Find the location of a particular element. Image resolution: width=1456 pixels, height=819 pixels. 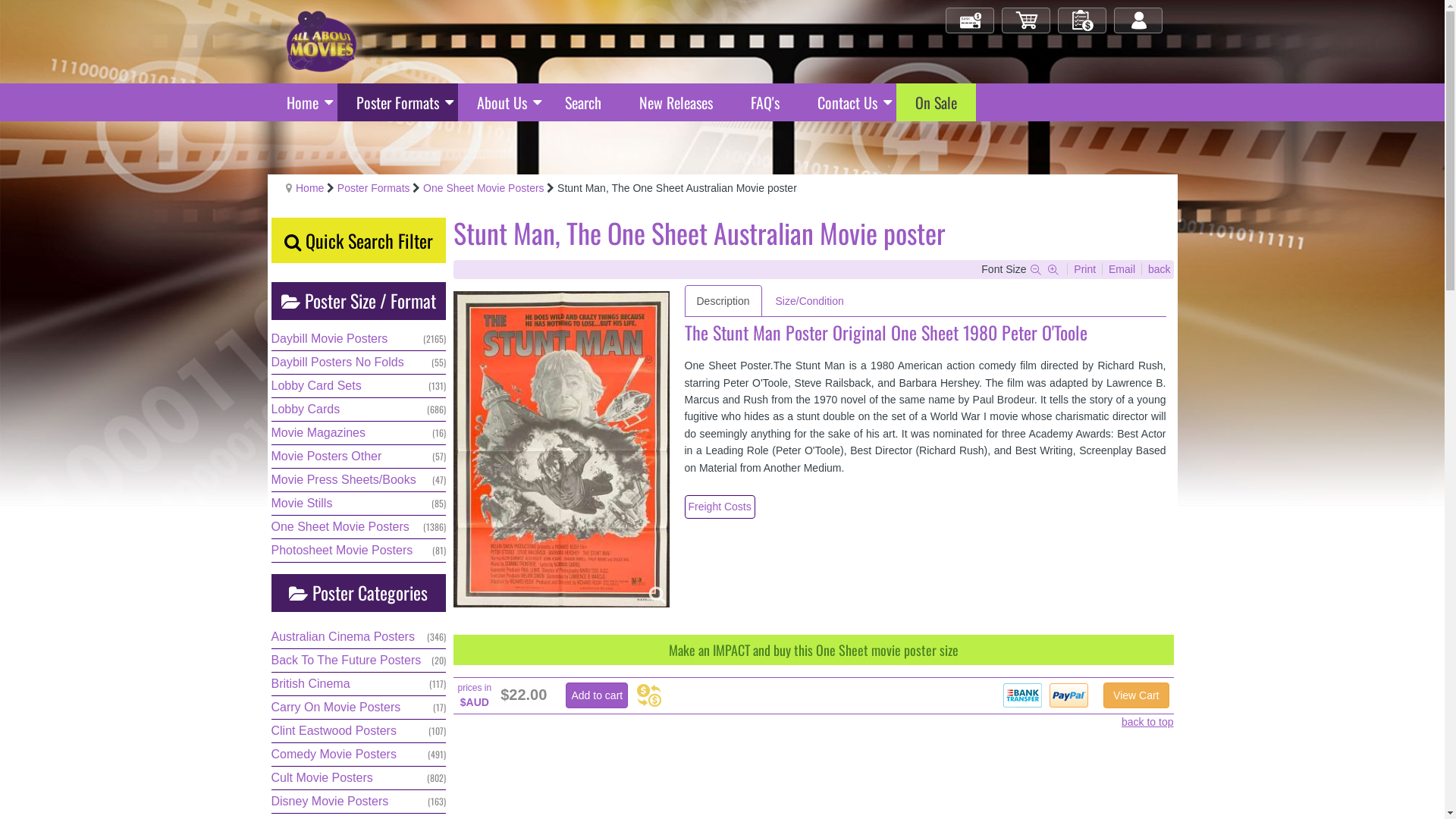

'Email' is located at coordinates (1123, 268).